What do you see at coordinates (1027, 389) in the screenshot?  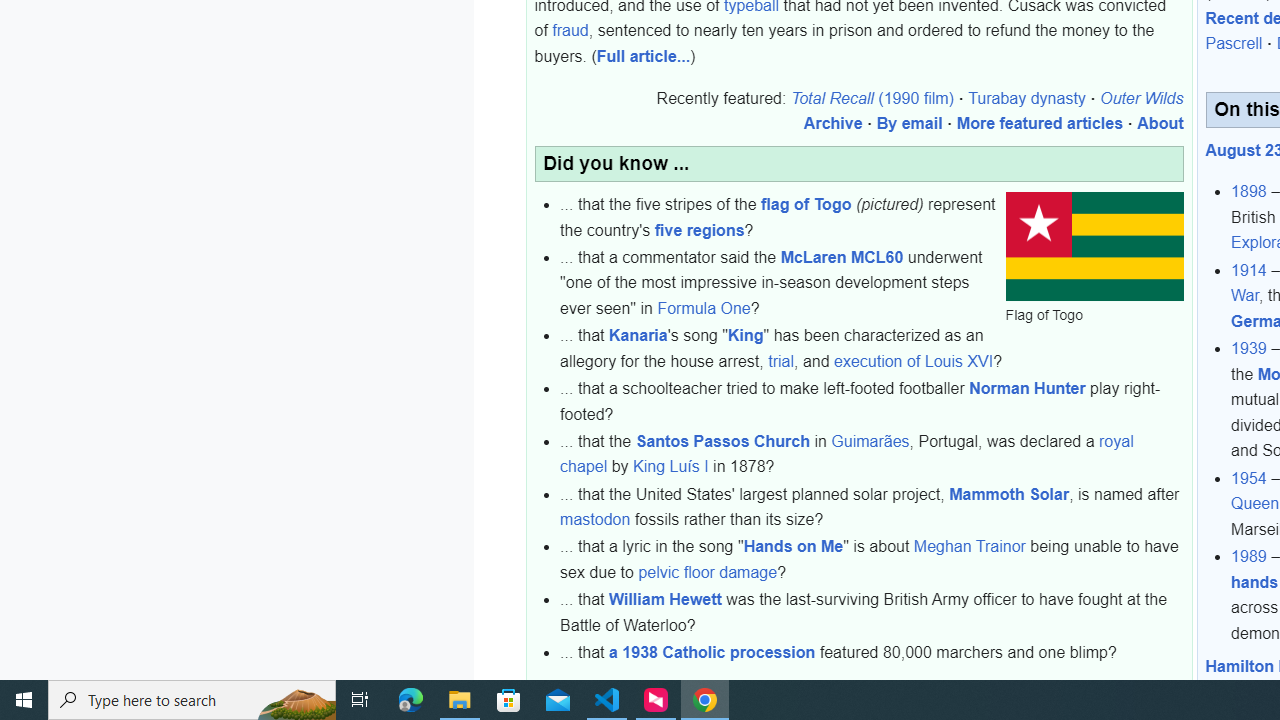 I see `'Norman Hunter'` at bounding box center [1027, 389].